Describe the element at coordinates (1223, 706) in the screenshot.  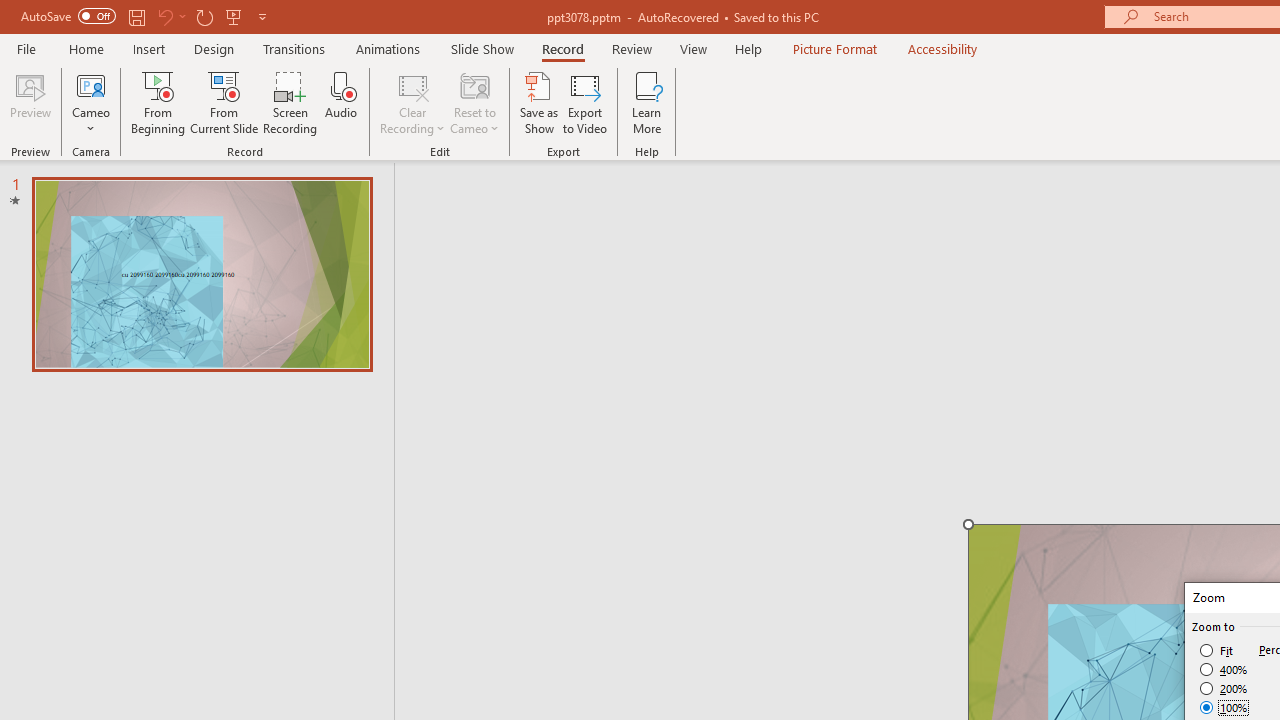
I see `'100%'` at that location.